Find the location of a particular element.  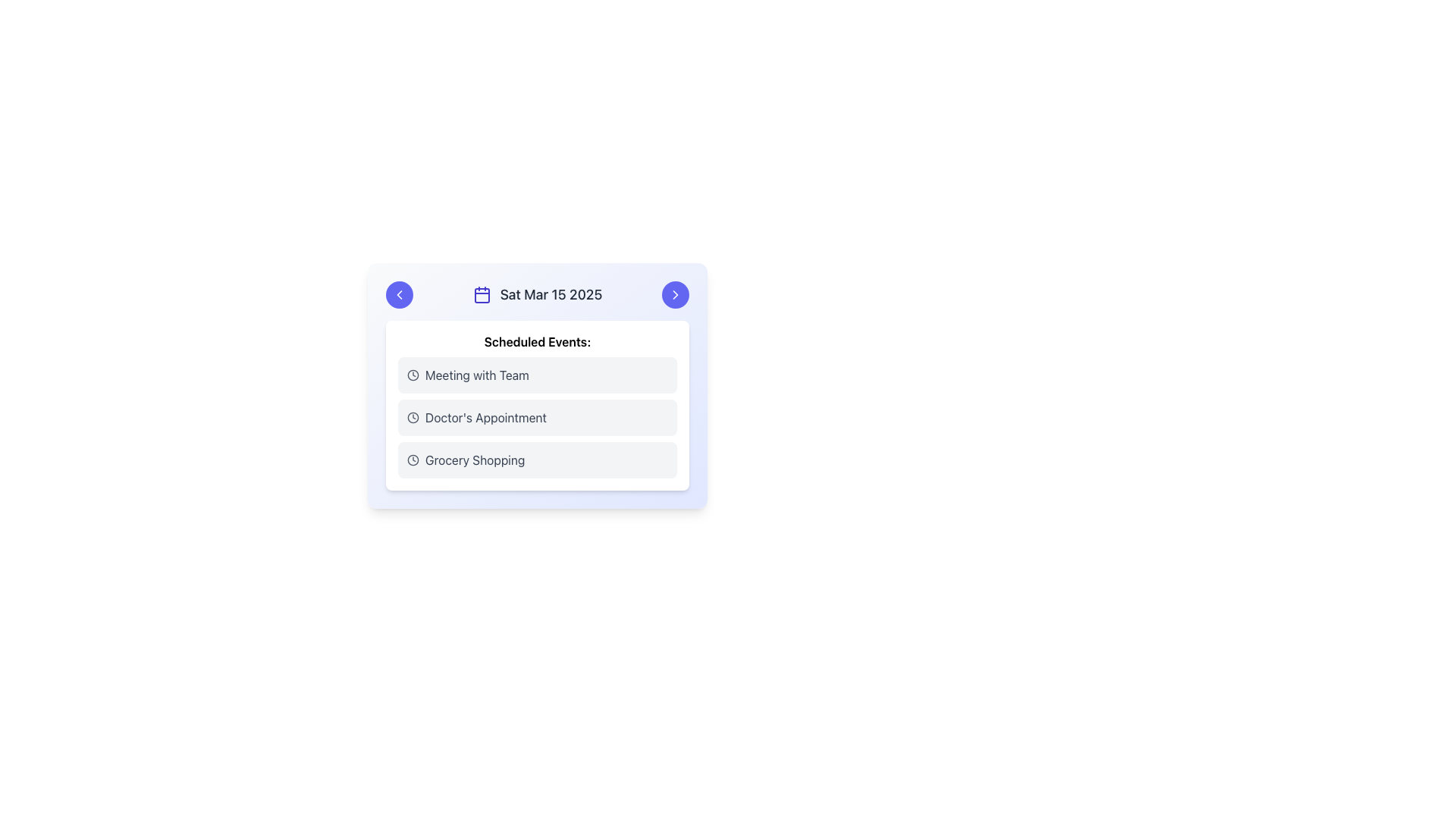

text content of the bold text label that says 'Scheduled Events:', located beneath the date heading within a white card interface is located at coordinates (538, 342).